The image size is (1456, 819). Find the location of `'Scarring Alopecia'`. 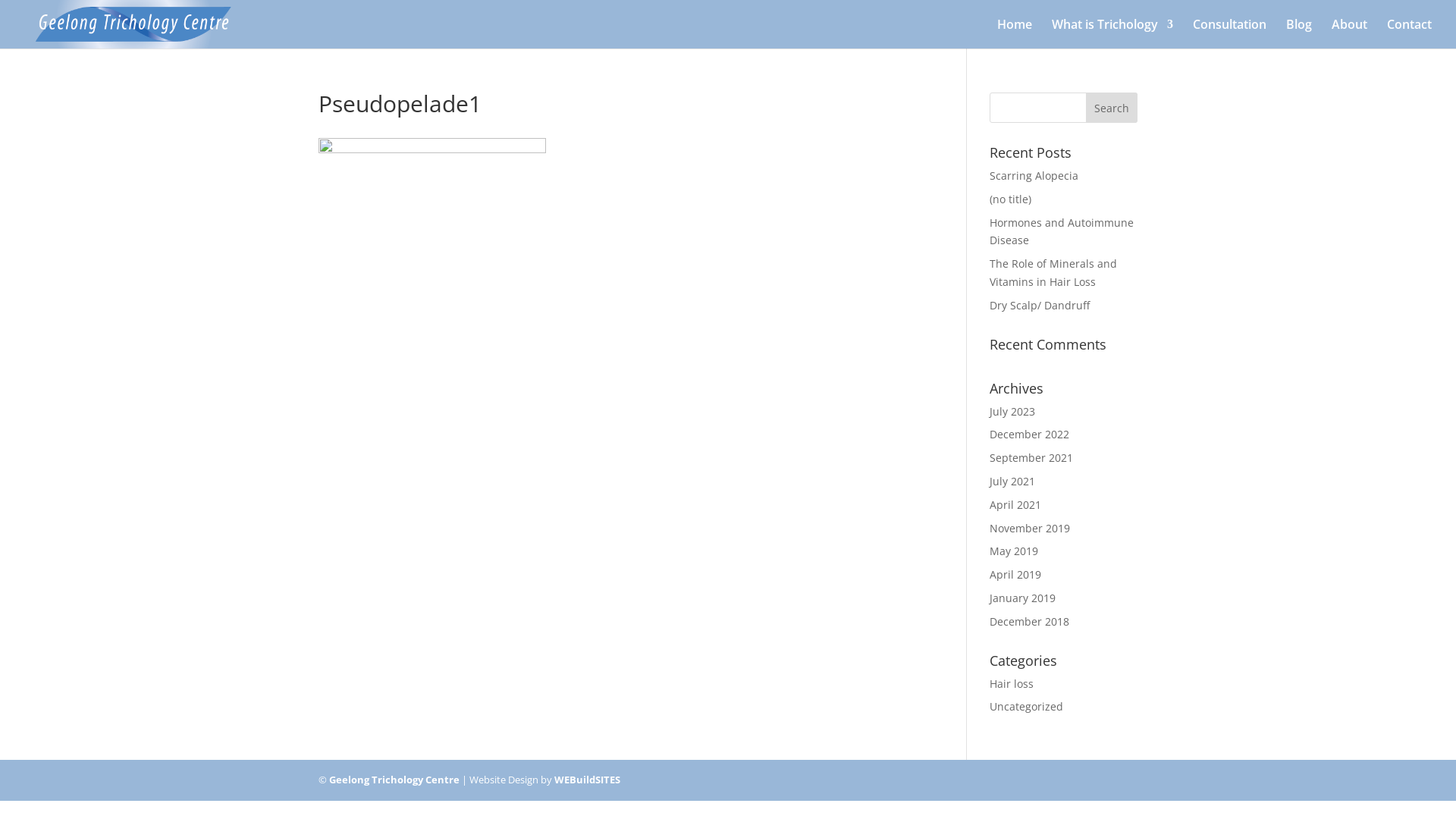

'Scarring Alopecia' is located at coordinates (1033, 174).